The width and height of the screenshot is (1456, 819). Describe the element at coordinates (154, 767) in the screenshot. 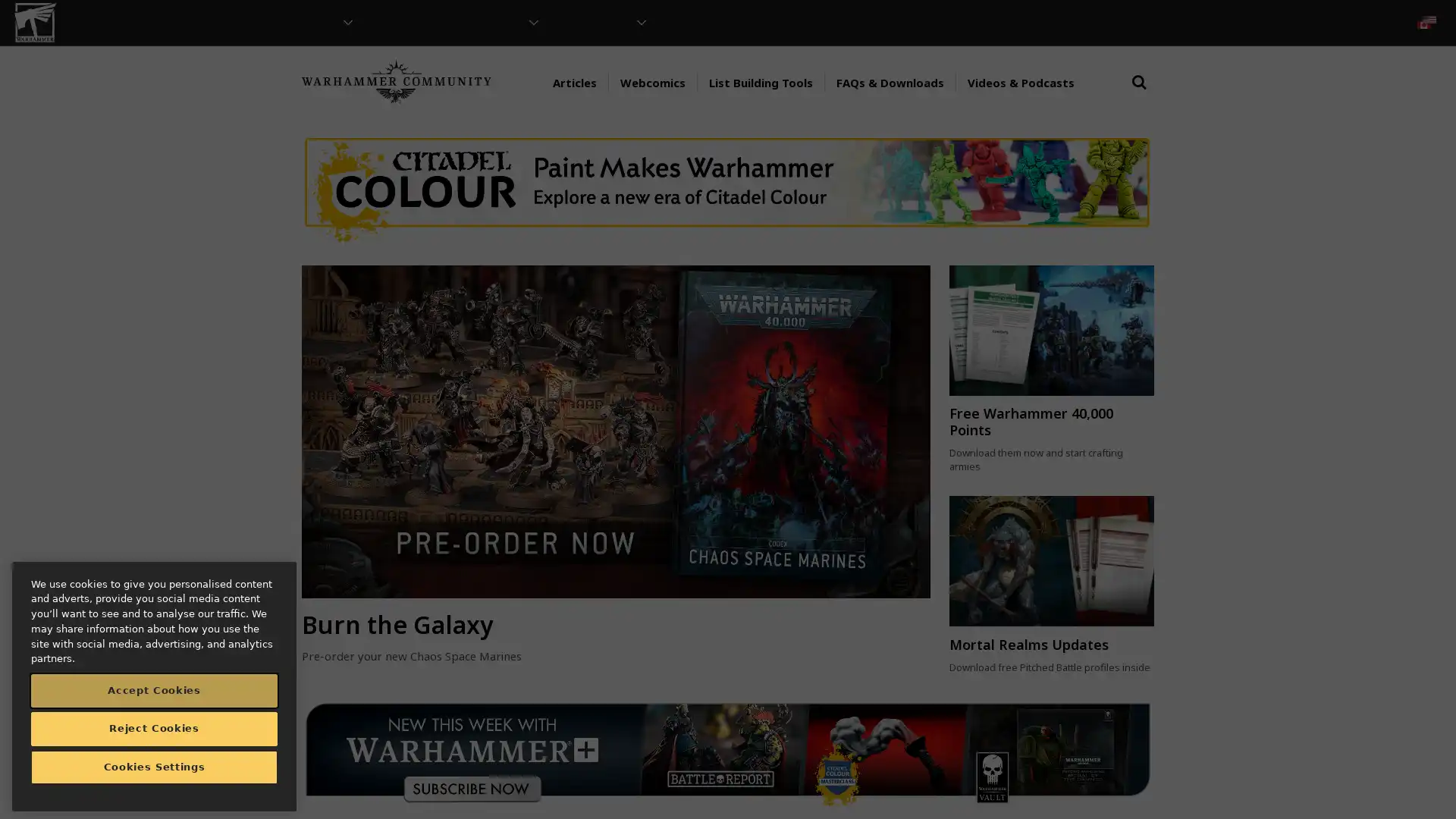

I see `Cookies Settings` at that location.